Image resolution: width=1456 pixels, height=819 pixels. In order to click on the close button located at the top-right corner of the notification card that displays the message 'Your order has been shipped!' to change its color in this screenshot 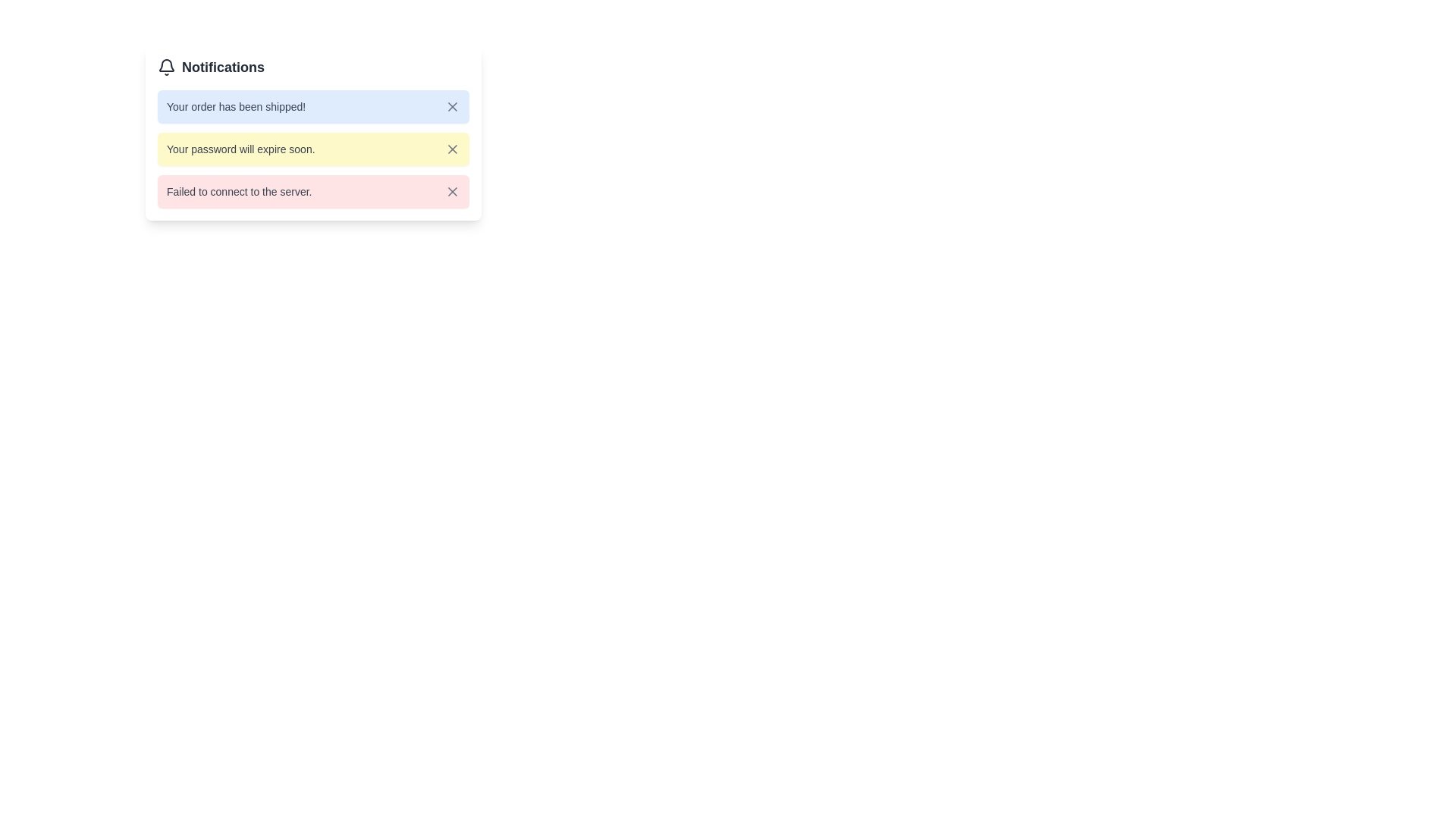, I will do `click(451, 106)`.